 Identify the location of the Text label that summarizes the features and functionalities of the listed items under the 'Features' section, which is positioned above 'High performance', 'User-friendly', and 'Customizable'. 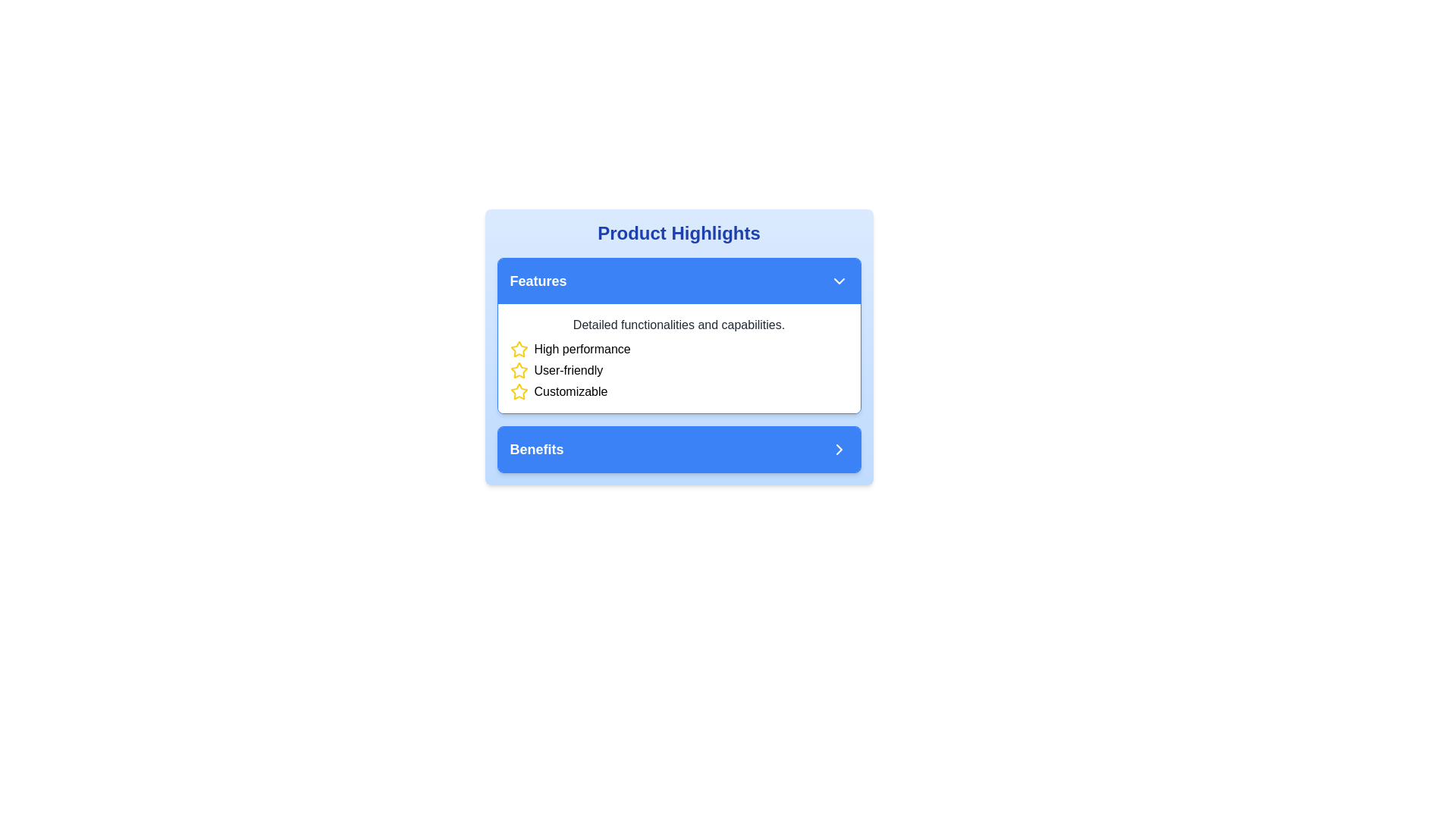
(678, 324).